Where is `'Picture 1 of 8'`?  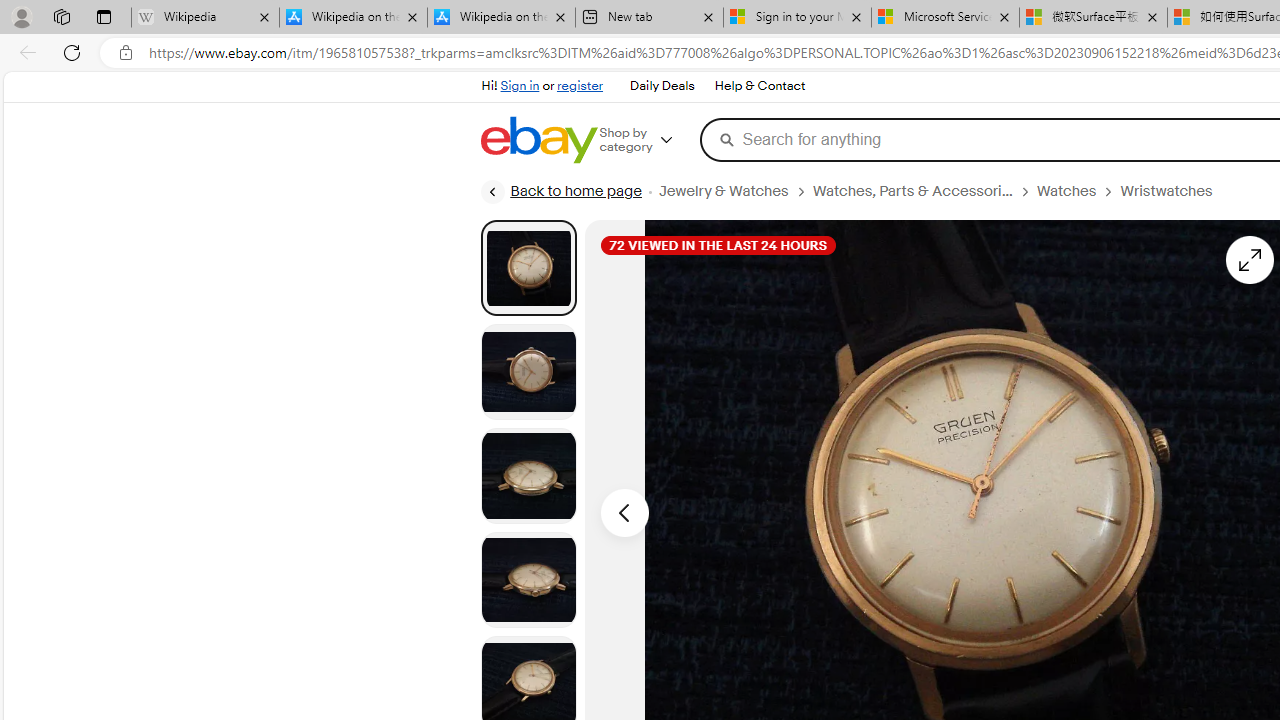
'Picture 1 of 8' is located at coordinates (528, 267).